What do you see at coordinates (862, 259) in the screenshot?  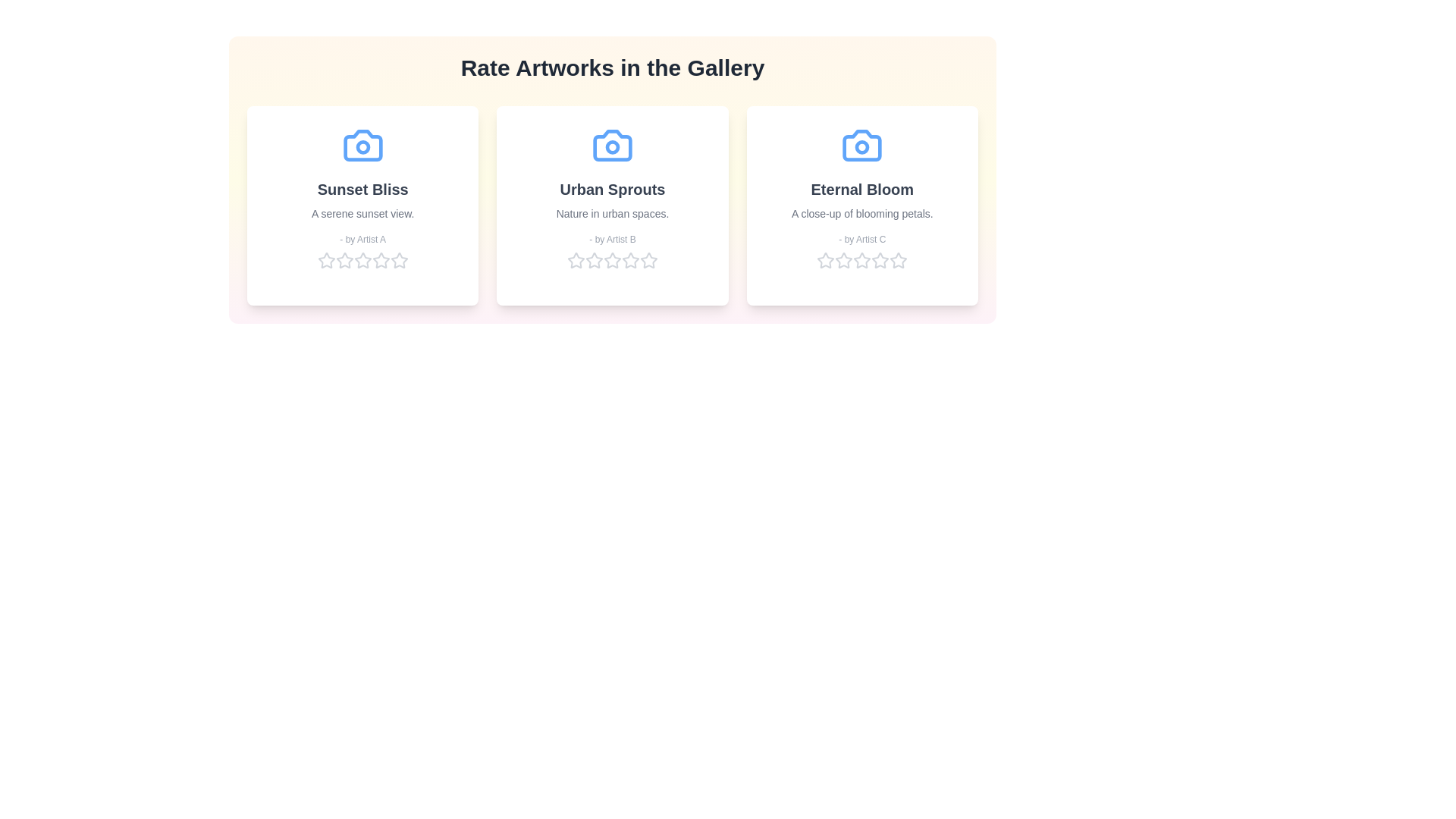 I see `the star corresponding to 3 for the artwork 'Eternal Bloom' to set its rating` at bounding box center [862, 259].